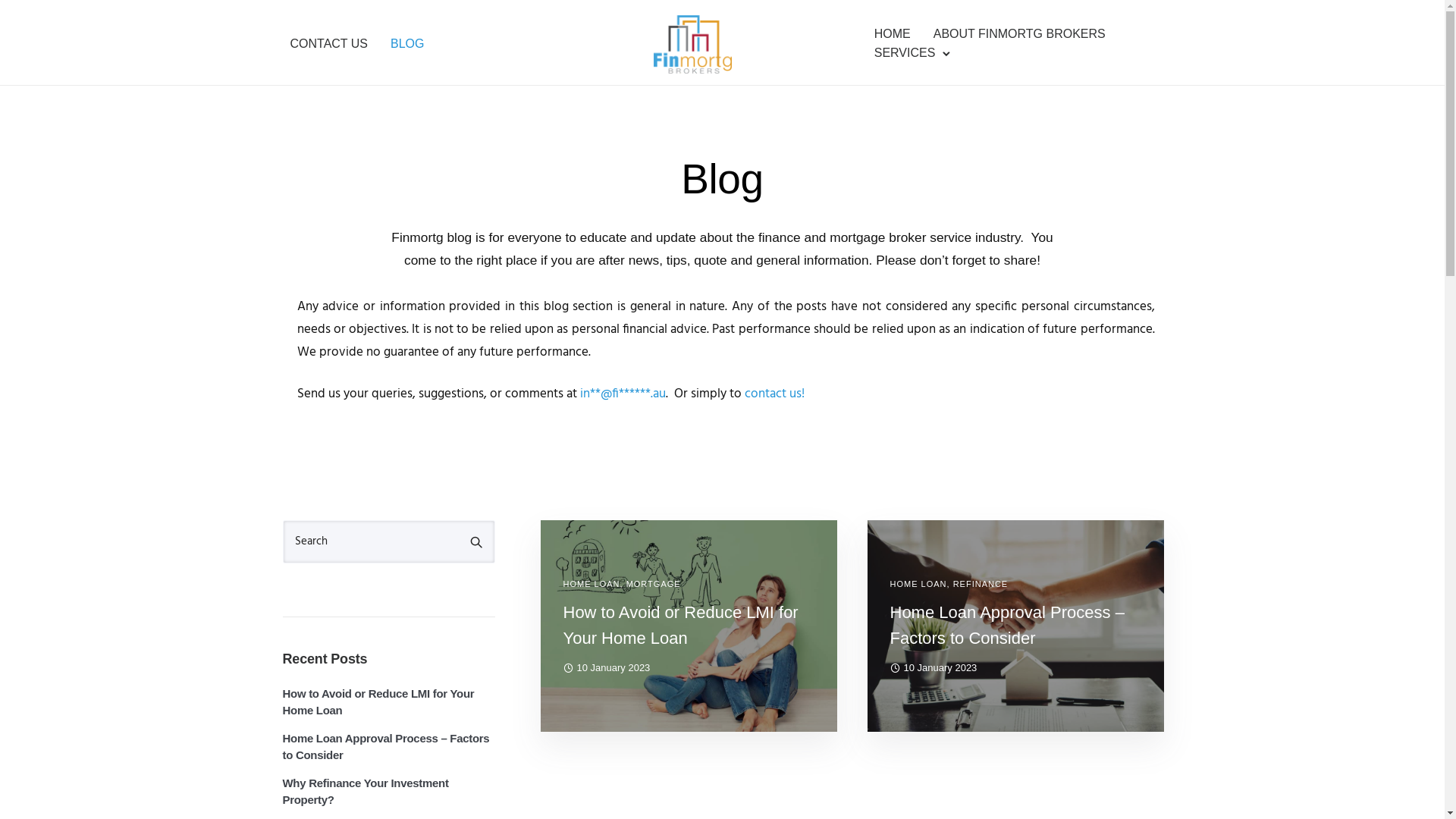 Image resolution: width=1456 pixels, height=819 pixels. Describe the element at coordinates (687, 626) in the screenshot. I see `'How to Avoid or Reduce LMI for Your Home Loan'` at that location.